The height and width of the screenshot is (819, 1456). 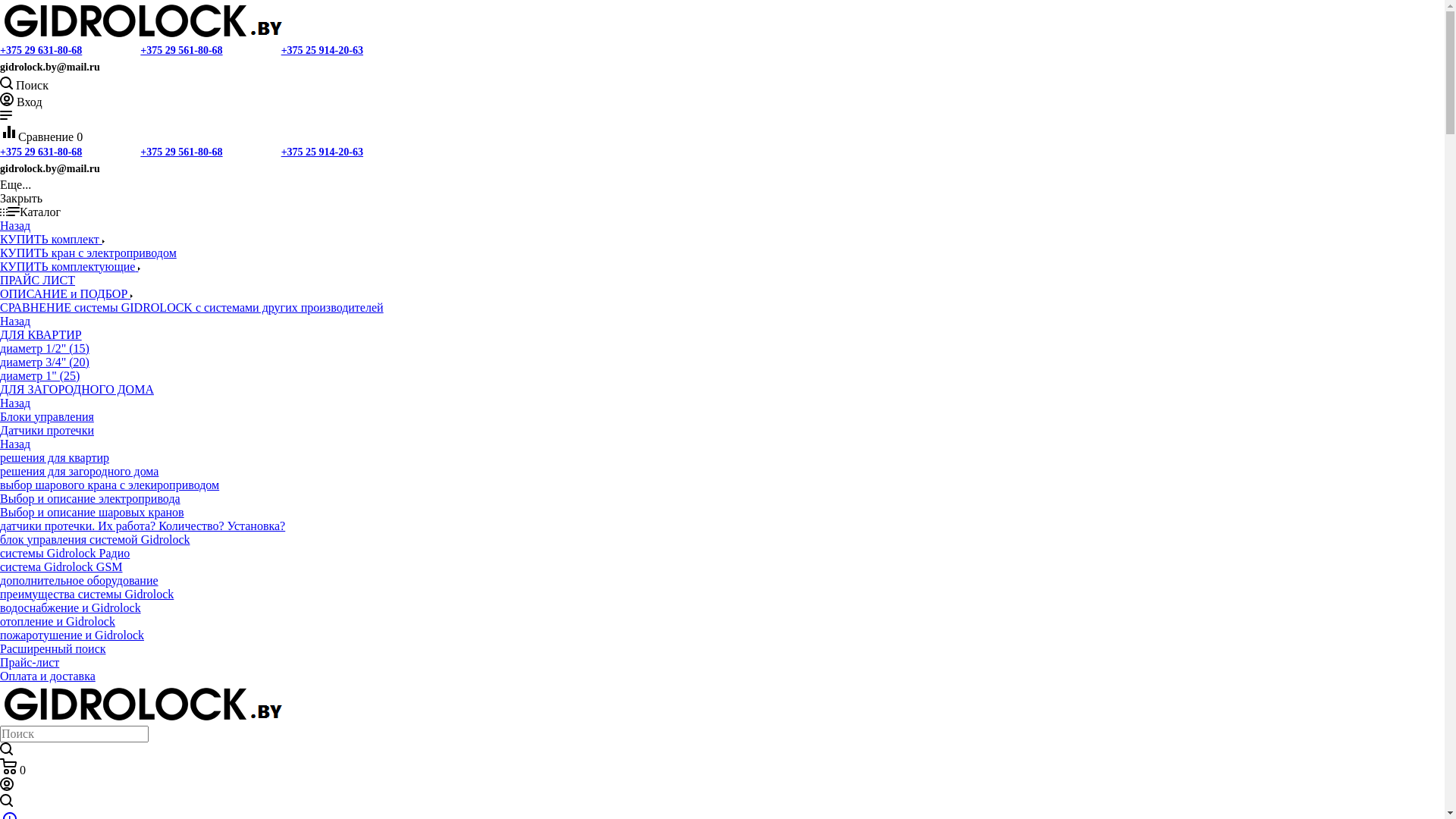 I want to click on '+375 25 914-20-63', so click(x=322, y=152).